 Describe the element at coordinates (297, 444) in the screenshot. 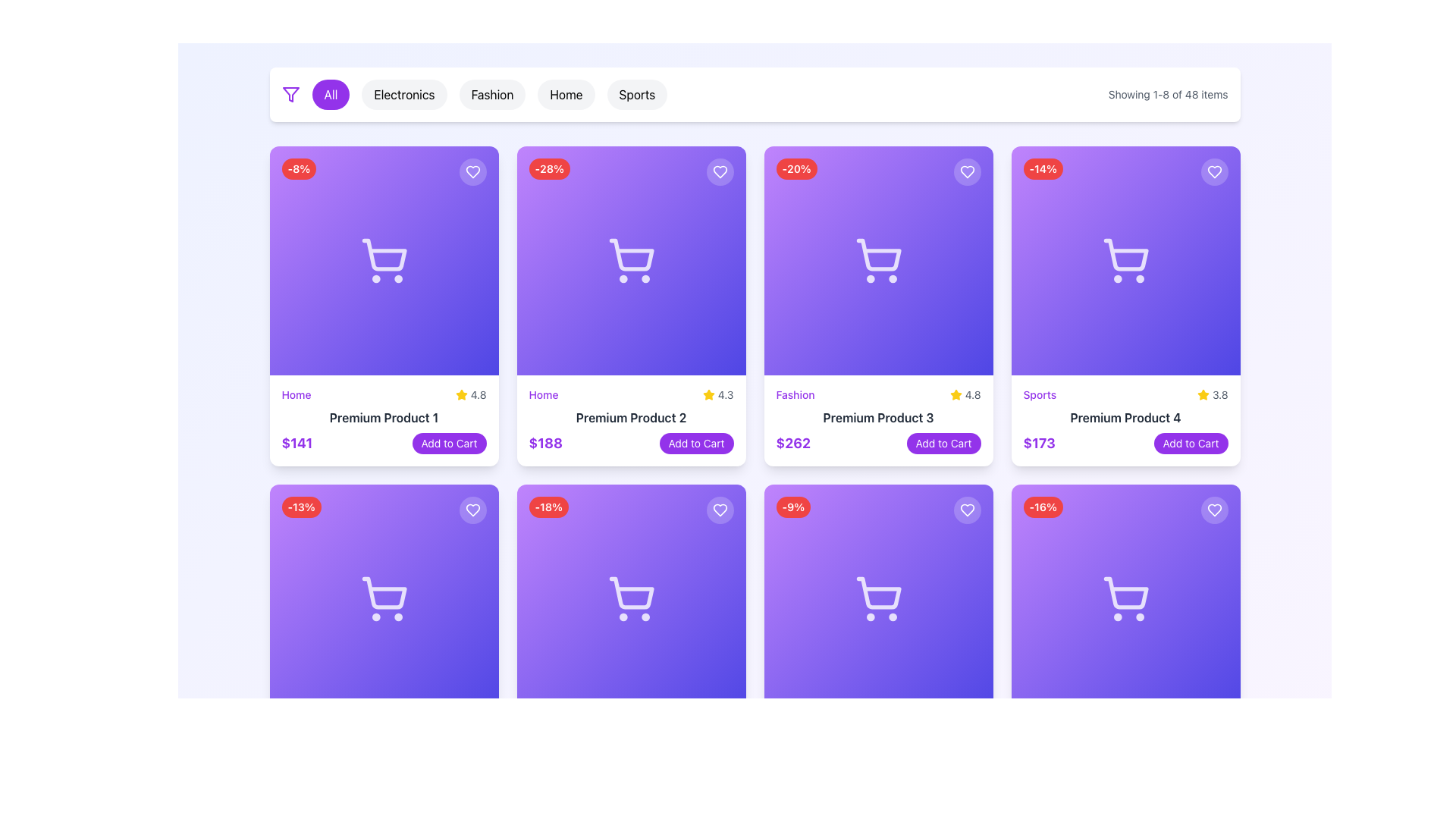

I see `the price label located in the top left corner of the first product card in the grid layout by moving to its center point` at that location.